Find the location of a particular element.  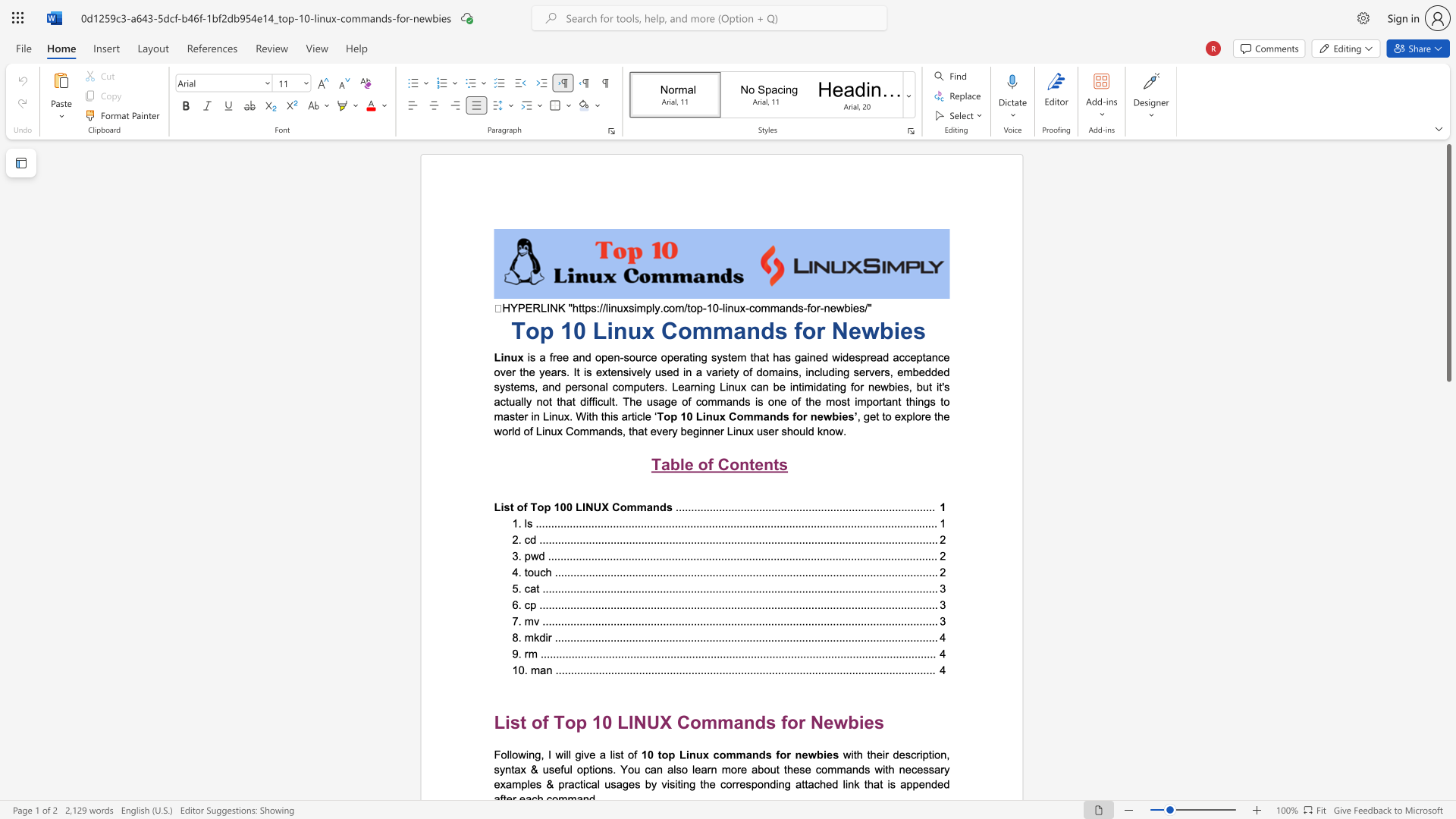

the scrollbar to adjust the page downward is located at coordinates (1448, 485).